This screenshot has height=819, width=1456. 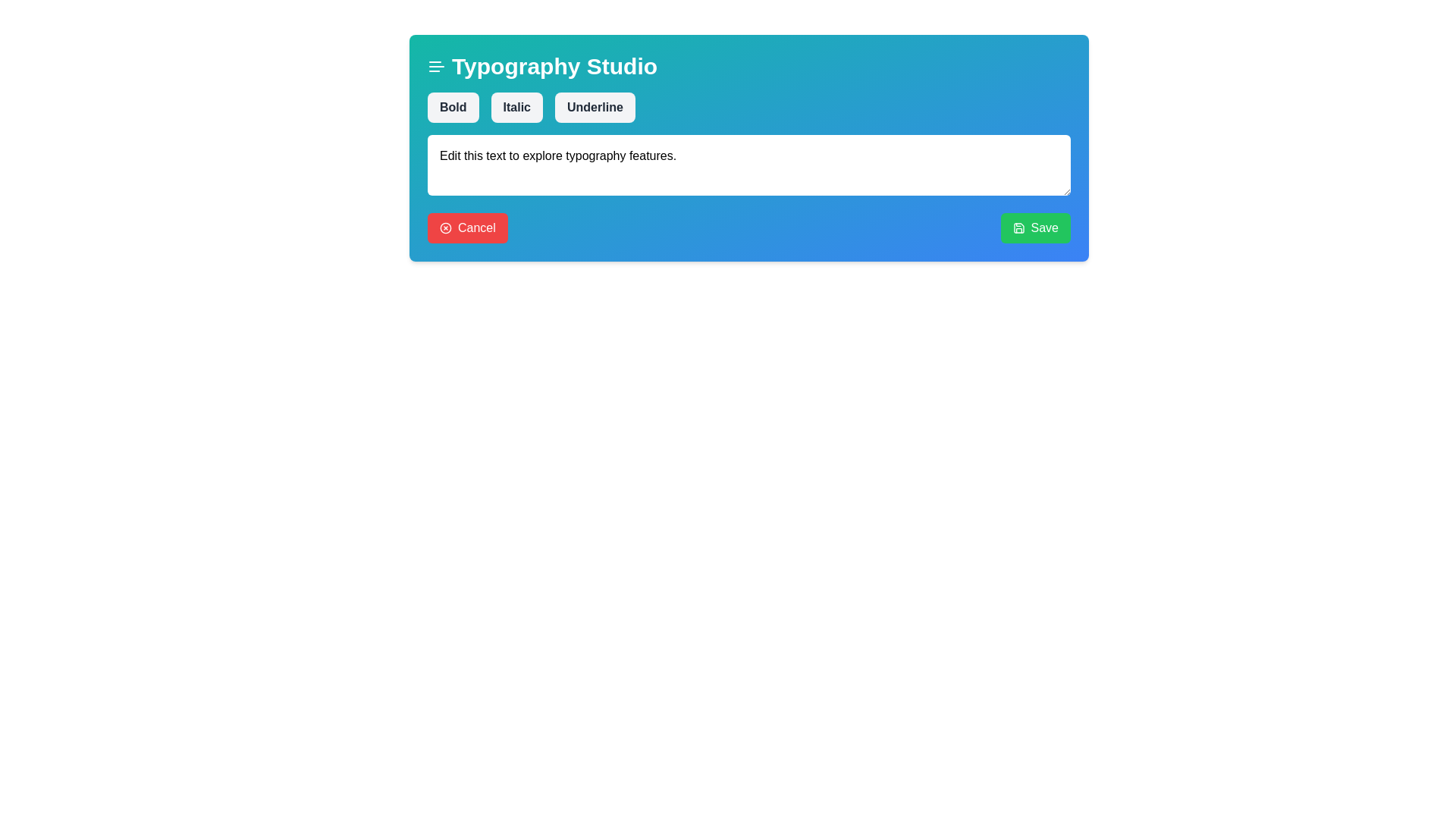 I want to click on the circular vector graphic element located within the red 'Cancel' button, which is positioned to the left of the 'Save' button, so click(x=445, y=227).